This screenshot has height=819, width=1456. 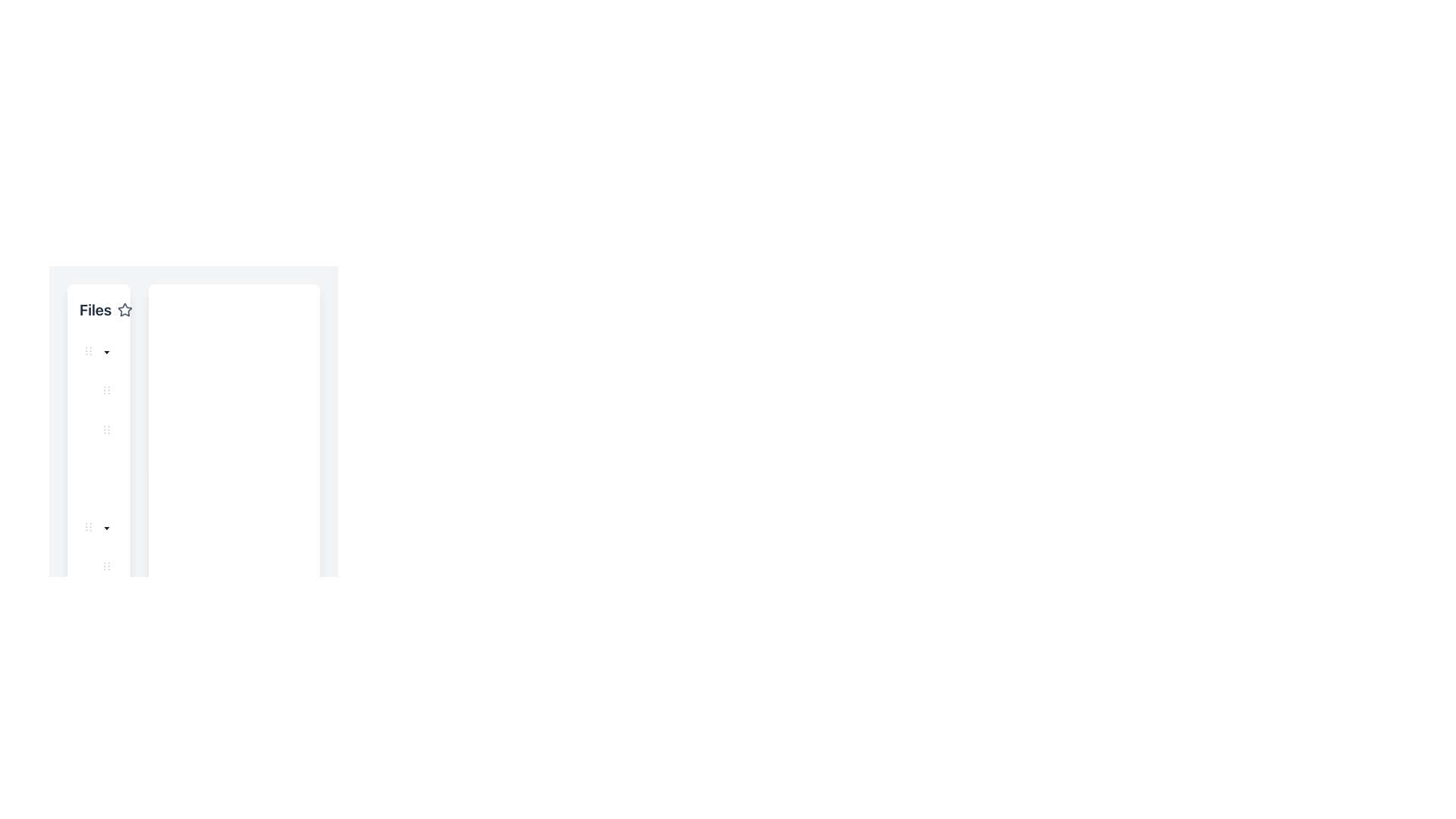 I want to click on the dropdown toggle button icon, which is a small triangular icon pointing downward located in the sidebar of the collapsible tree structure menu, so click(x=105, y=353).